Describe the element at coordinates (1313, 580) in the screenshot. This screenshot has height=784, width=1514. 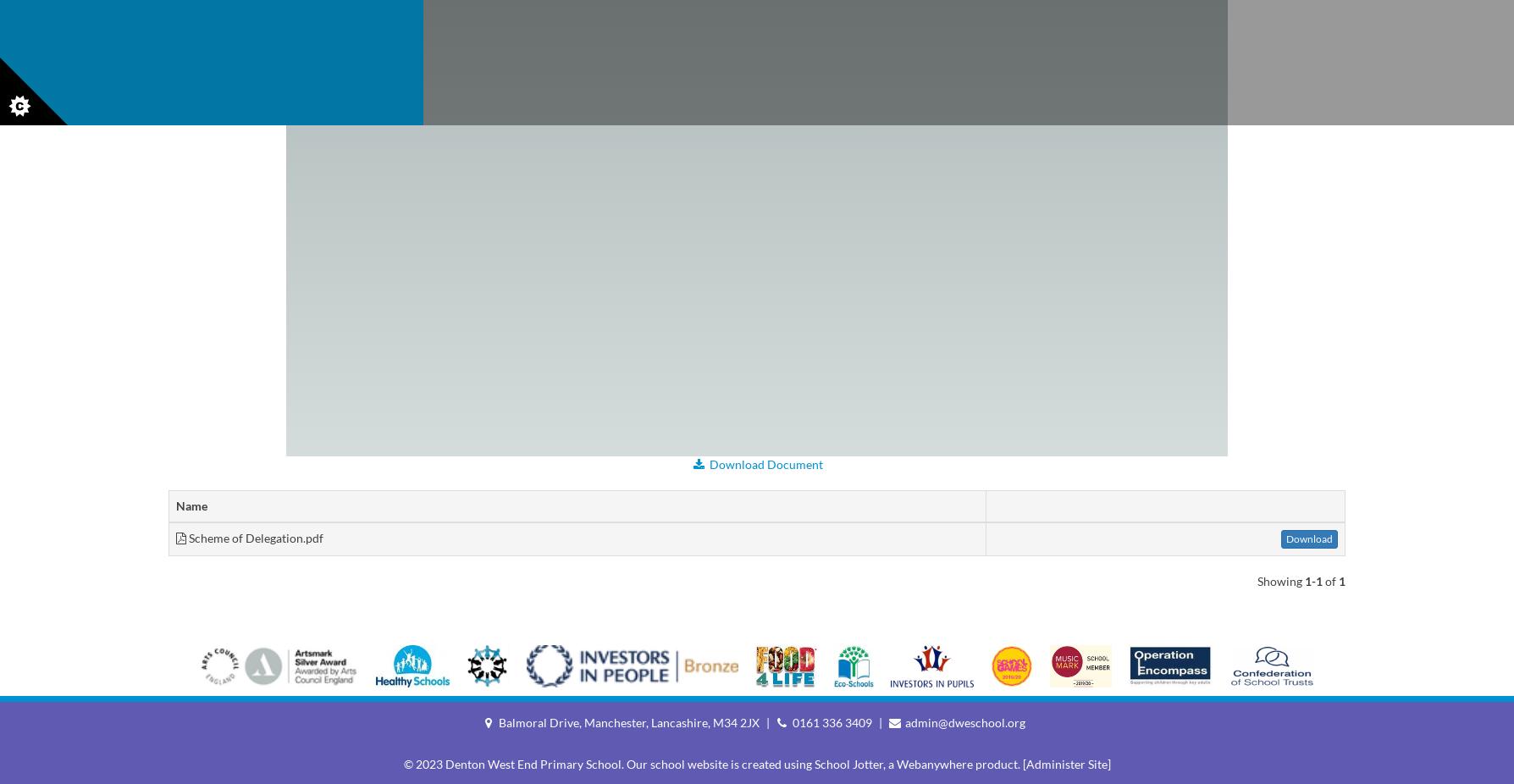
I see `'1-1'` at that location.